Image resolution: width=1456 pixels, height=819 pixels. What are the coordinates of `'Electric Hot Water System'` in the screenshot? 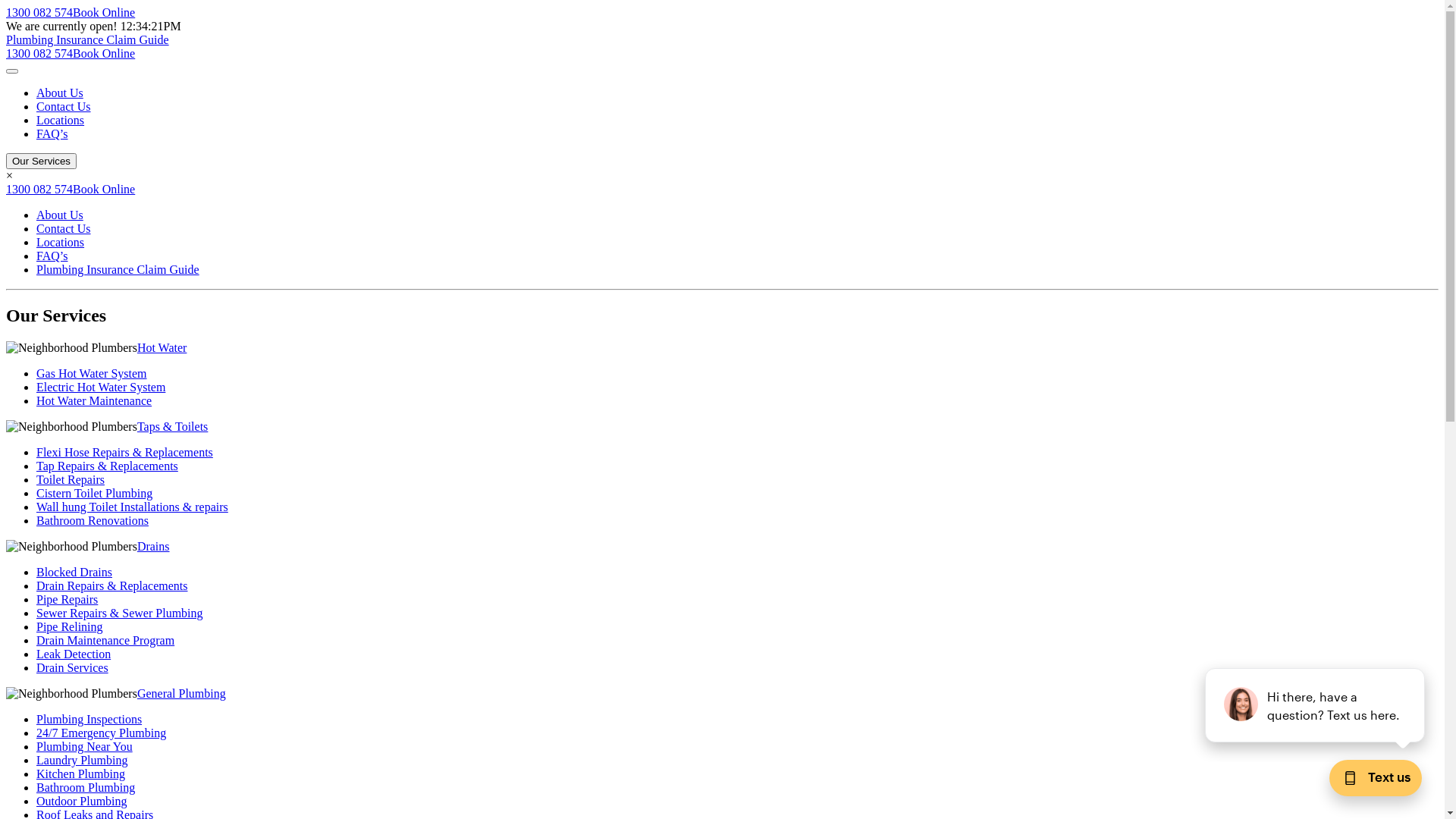 It's located at (100, 386).